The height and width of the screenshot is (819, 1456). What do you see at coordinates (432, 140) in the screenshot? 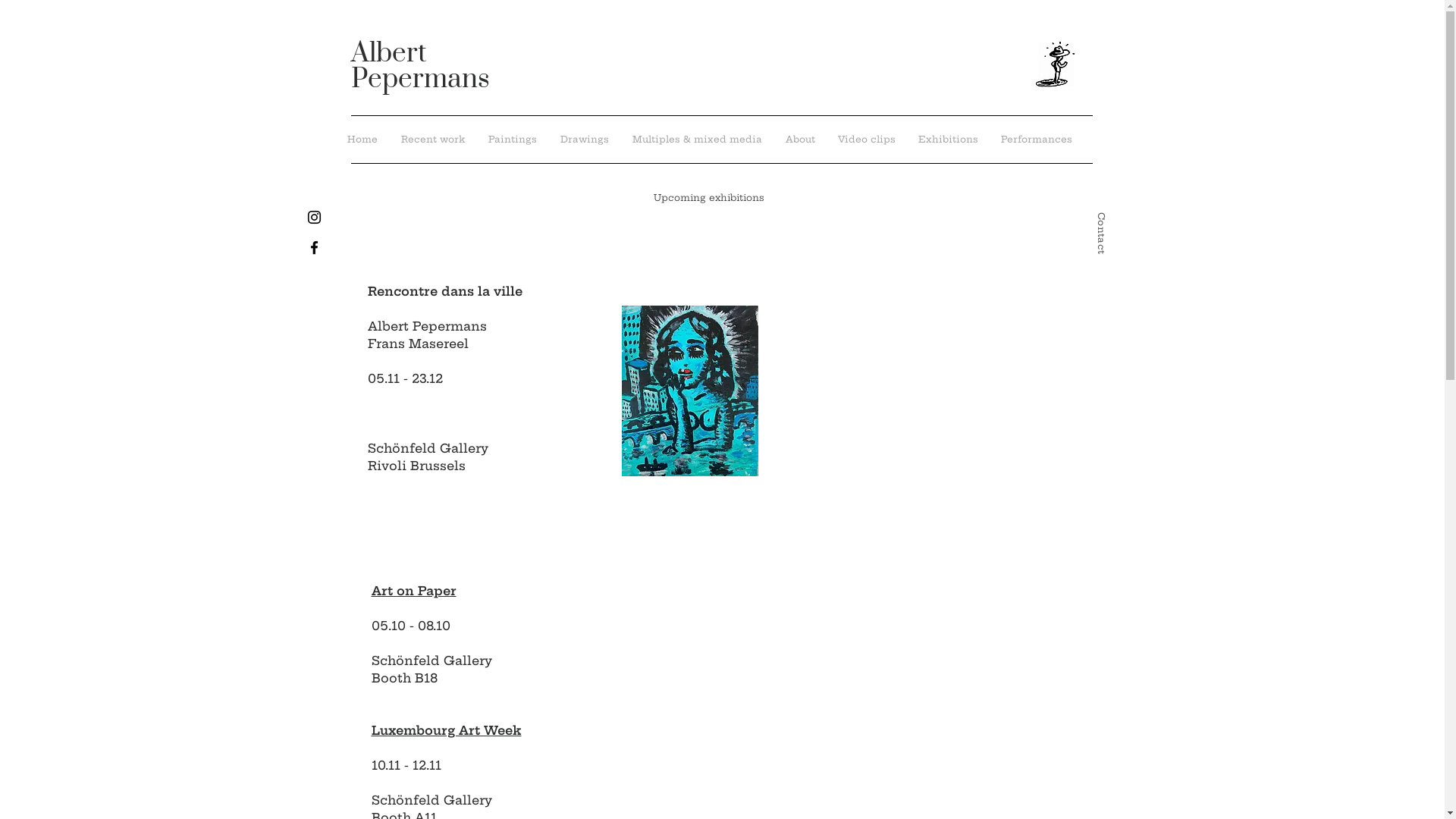
I see `'Recent work'` at bounding box center [432, 140].